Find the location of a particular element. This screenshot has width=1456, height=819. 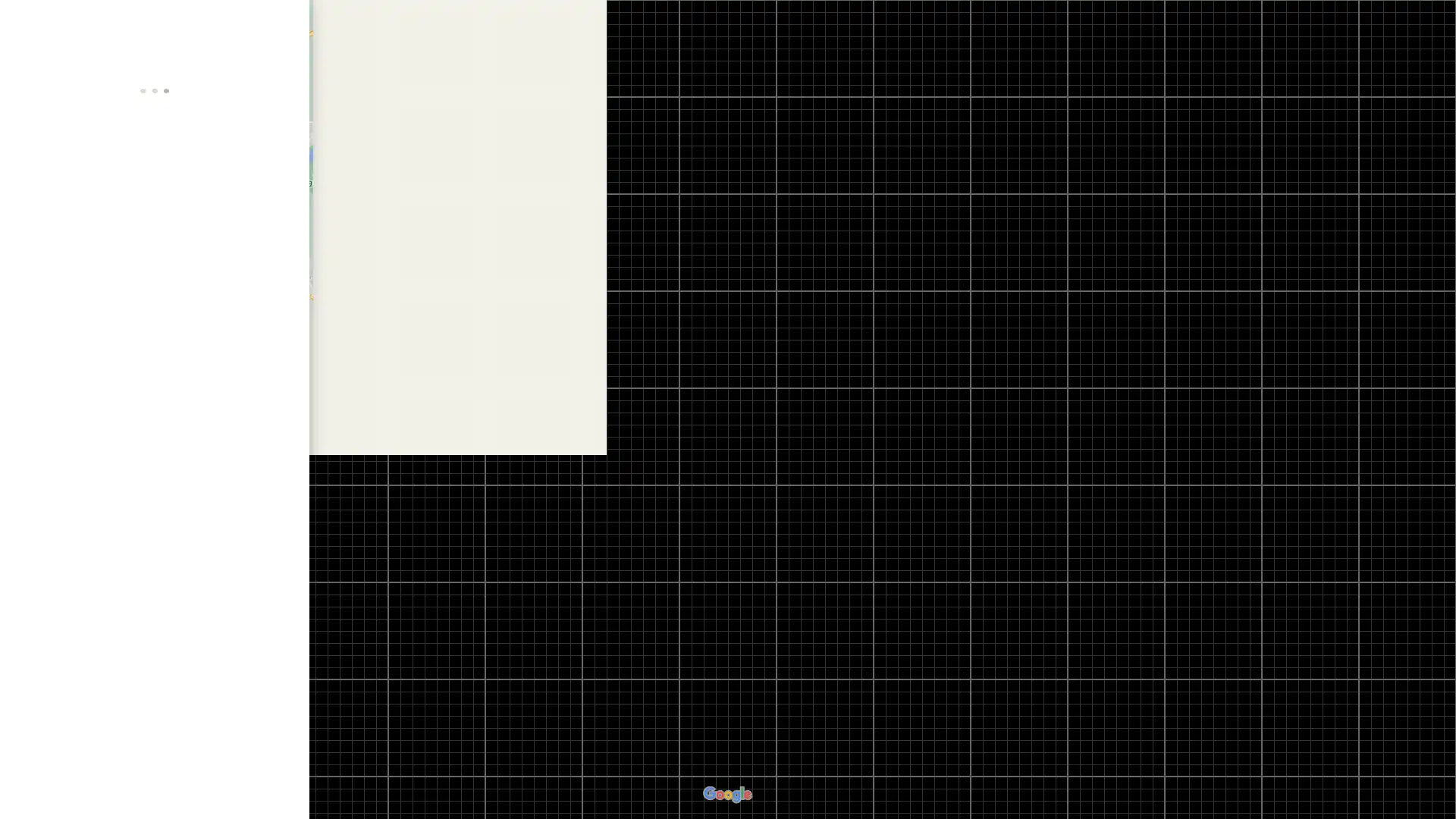

Copy phone number is located at coordinates (261, 441).